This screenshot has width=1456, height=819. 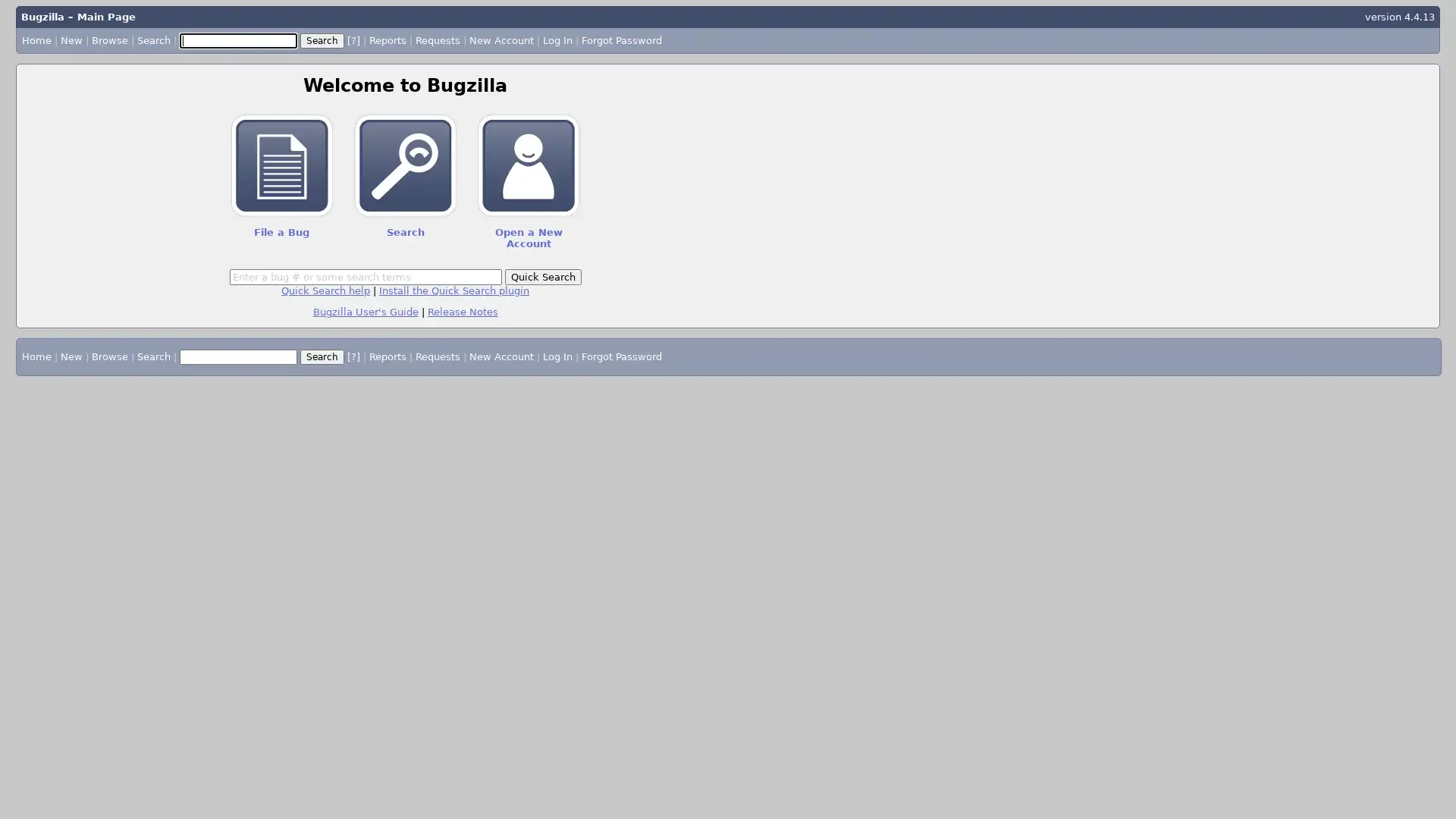 What do you see at coordinates (320, 39) in the screenshot?
I see `Search` at bounding box center [320, 39].